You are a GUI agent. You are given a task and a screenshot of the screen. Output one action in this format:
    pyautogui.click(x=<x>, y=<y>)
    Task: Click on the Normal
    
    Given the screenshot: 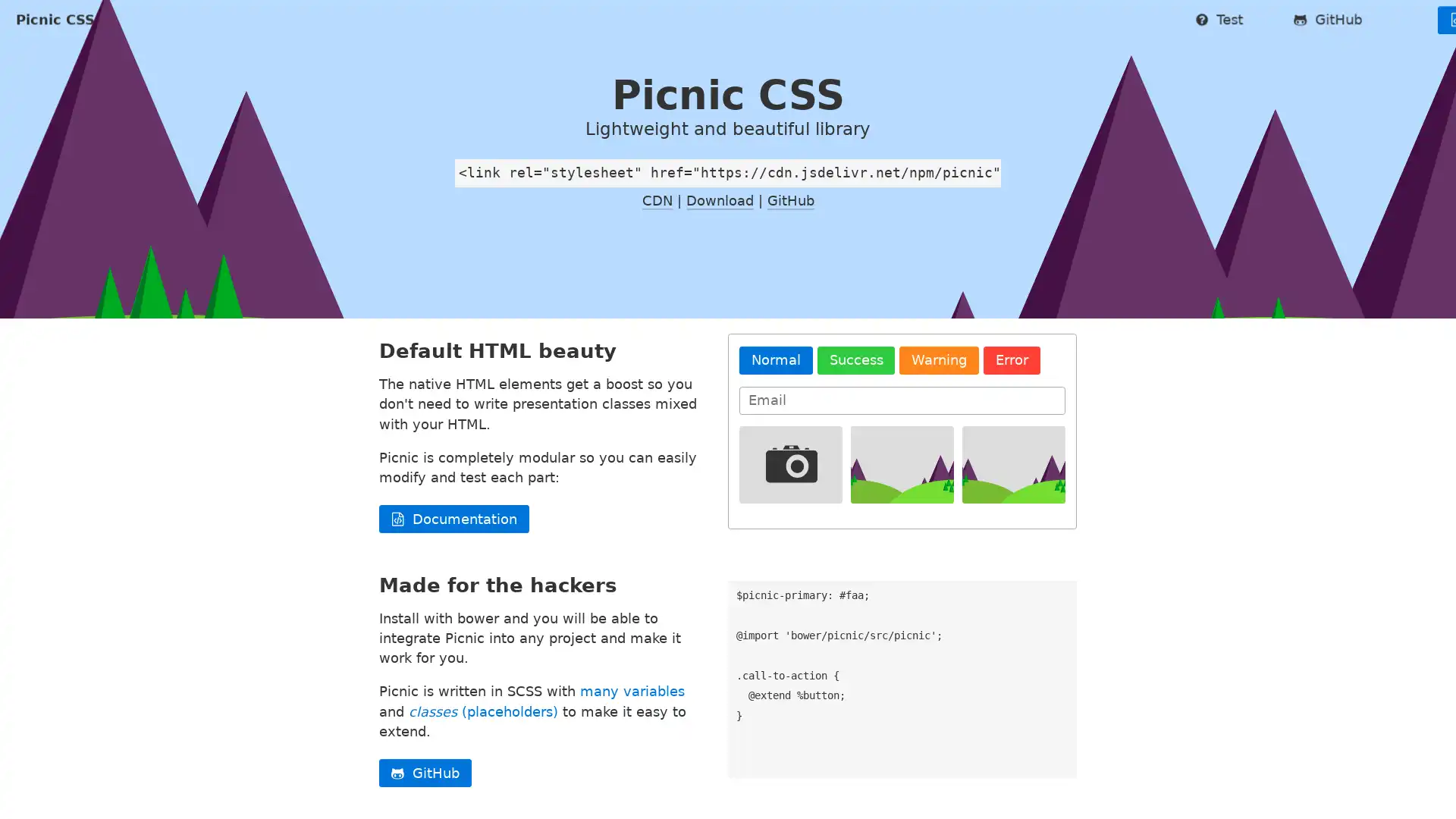 What is the action you would take?
    pyautogui.click(x=775, y=404)
    